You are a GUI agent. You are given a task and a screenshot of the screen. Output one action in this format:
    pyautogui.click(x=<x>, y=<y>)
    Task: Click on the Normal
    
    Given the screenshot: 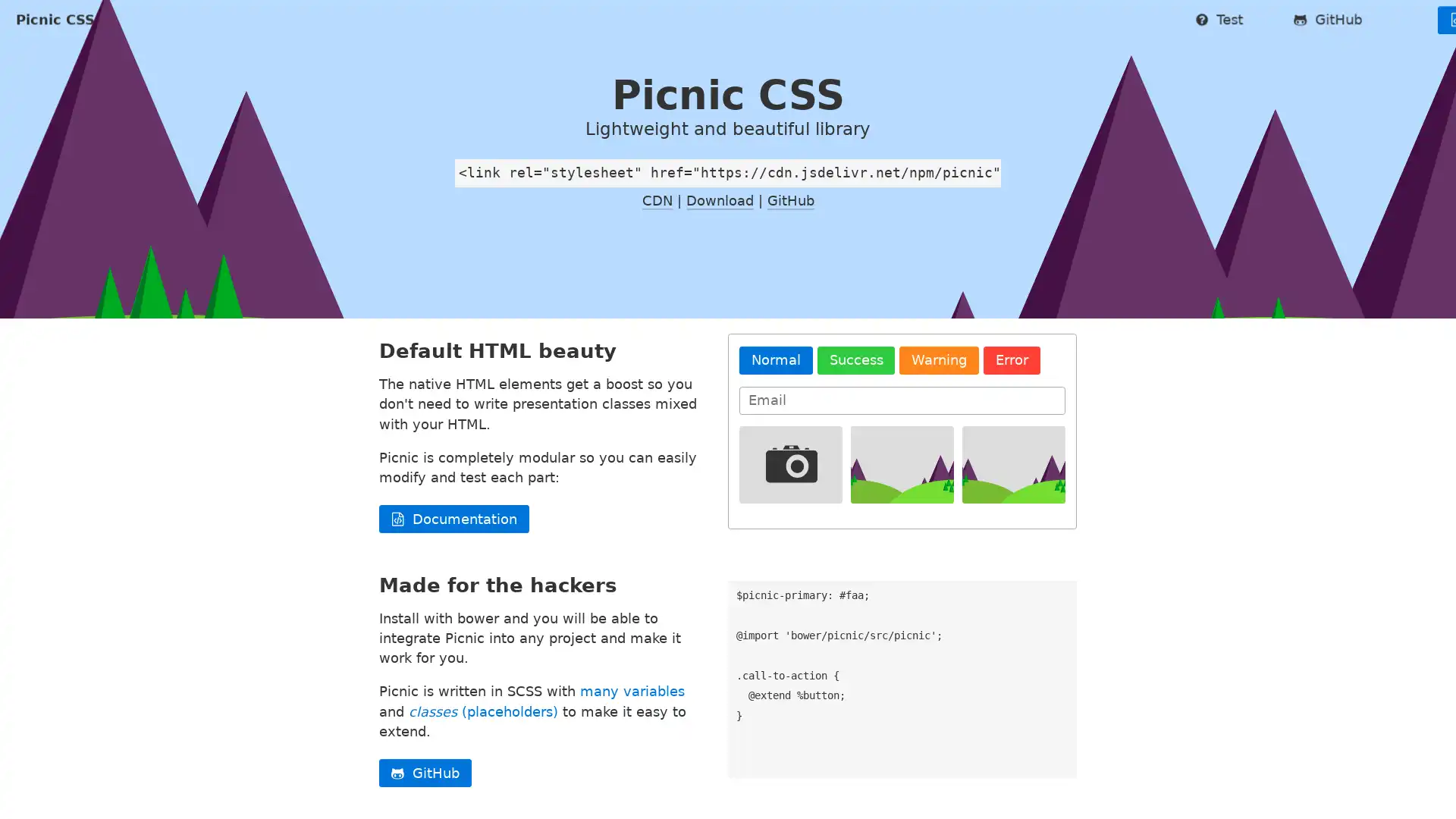 What is the action you would take?
    pyautogui.click(x=775, y=404)
    